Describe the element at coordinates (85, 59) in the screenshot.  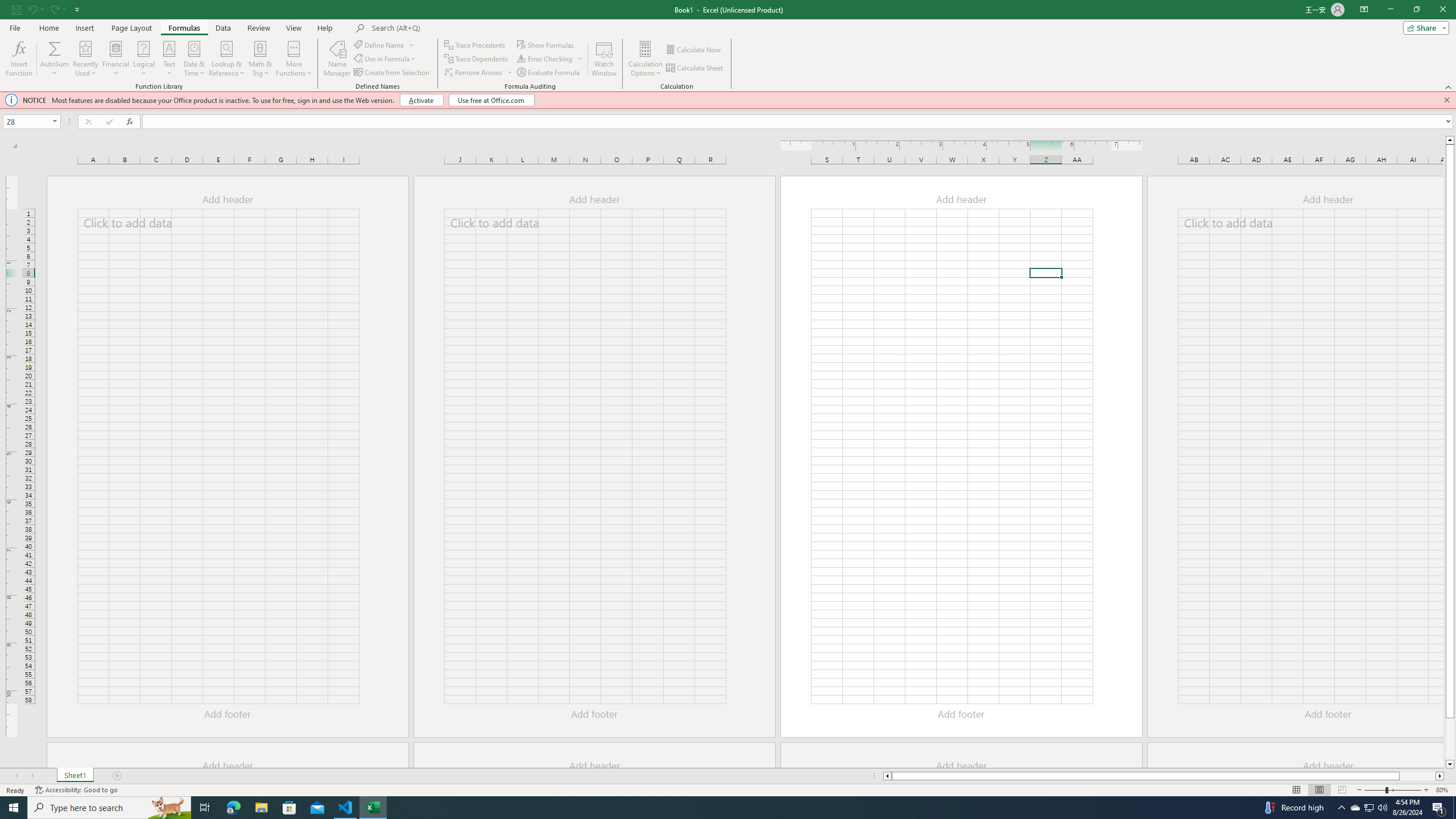
I see `'Recently Used'` at that location.